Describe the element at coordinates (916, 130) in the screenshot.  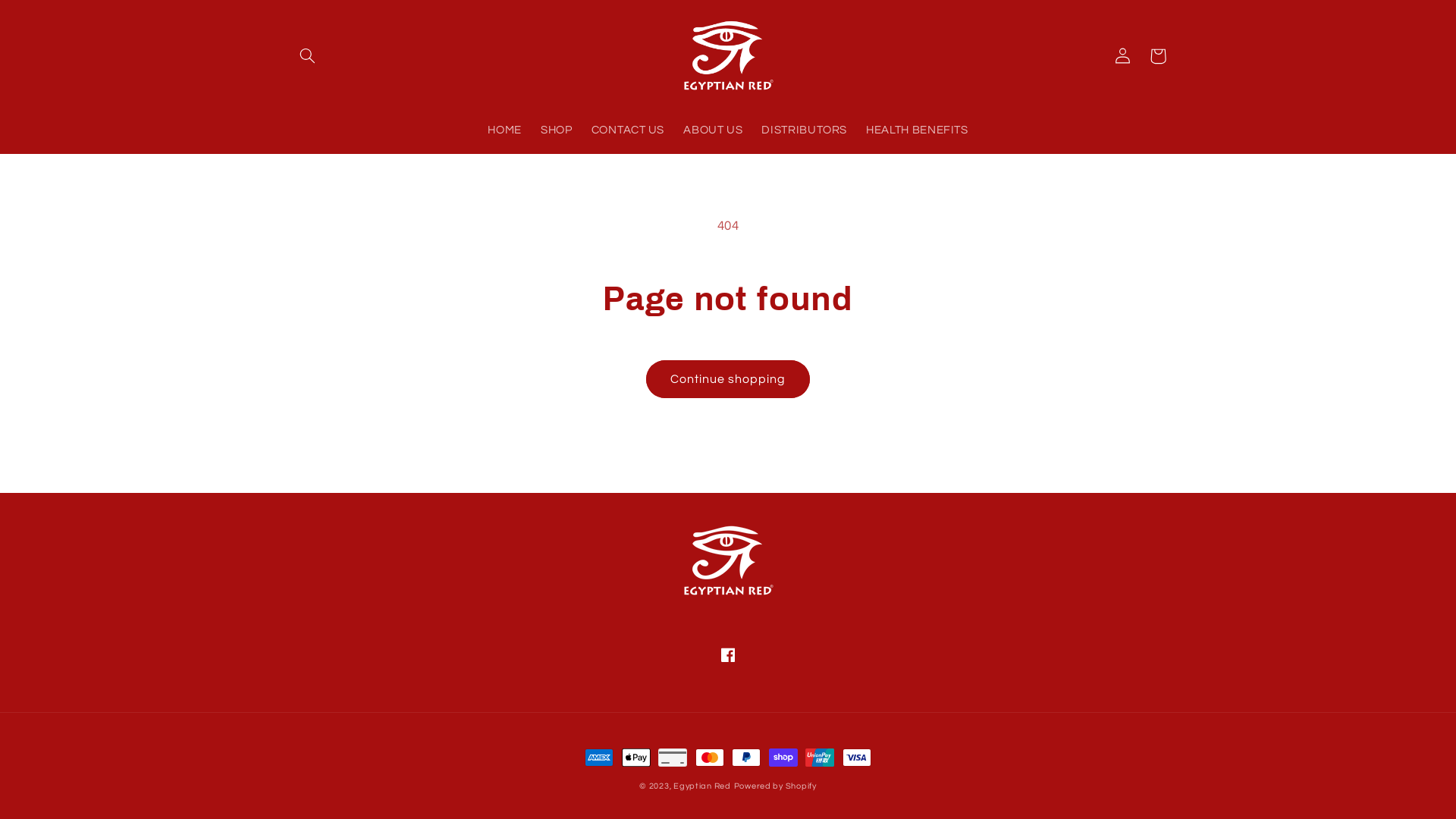
I see `'HEALTH BENEFITS'` at that location.